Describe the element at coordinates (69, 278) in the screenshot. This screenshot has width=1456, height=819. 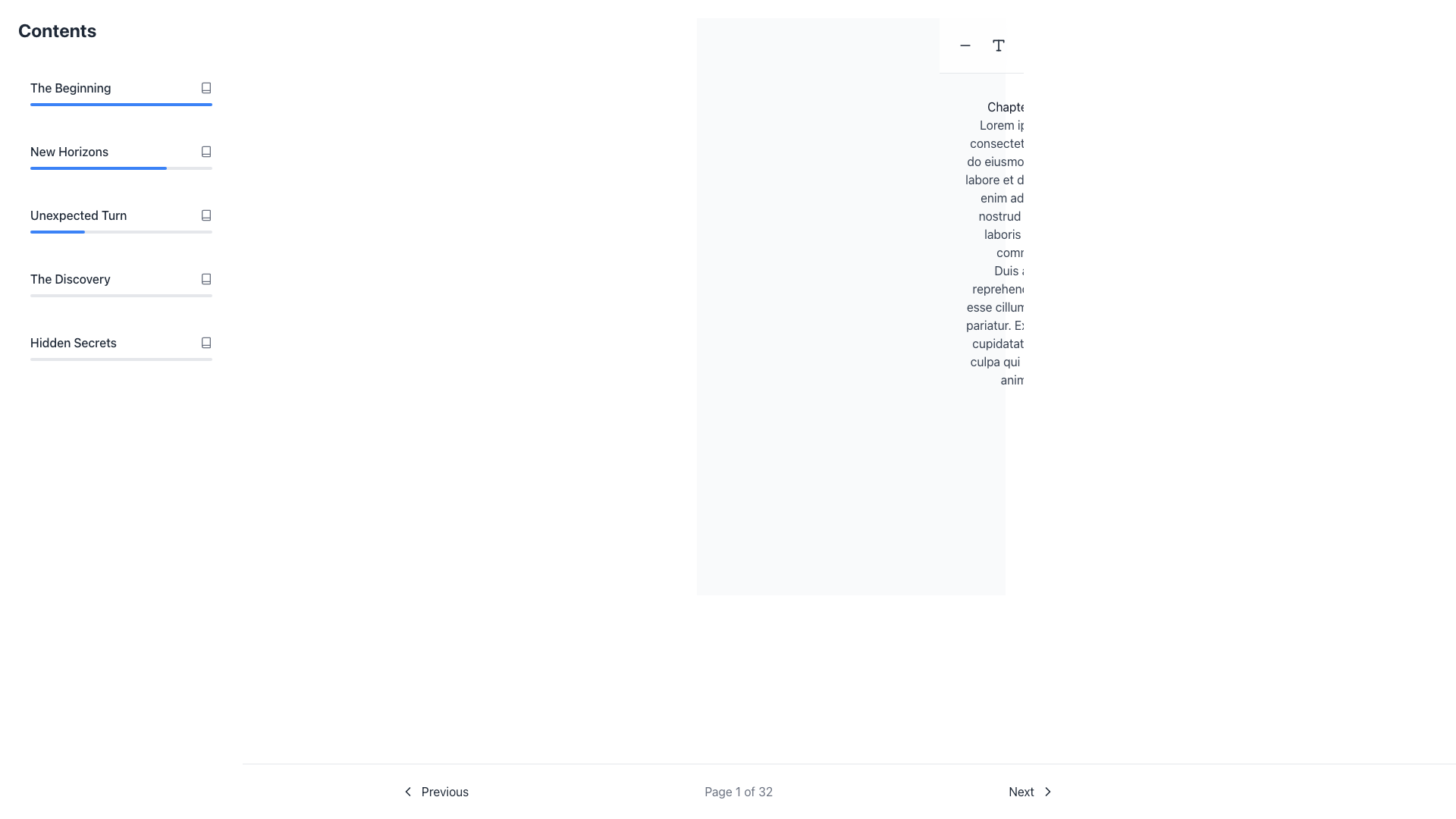
I see `the text label reading 'The Discovery' in the left sidebar` at that location.